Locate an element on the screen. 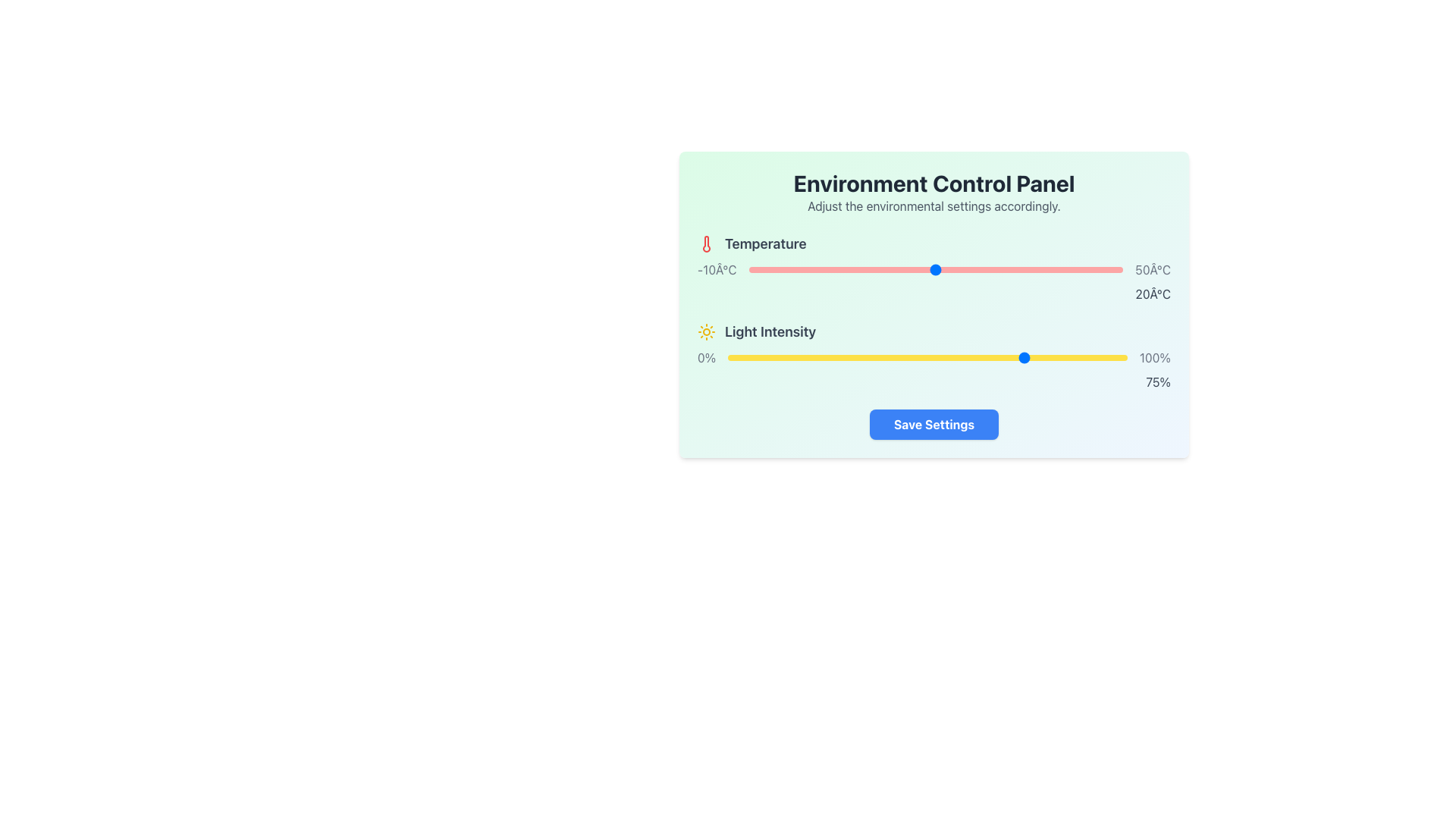 Image resolution: width=1456 pixels, height=819 pixels. the temperature slider is located at coordinates (905, 268).